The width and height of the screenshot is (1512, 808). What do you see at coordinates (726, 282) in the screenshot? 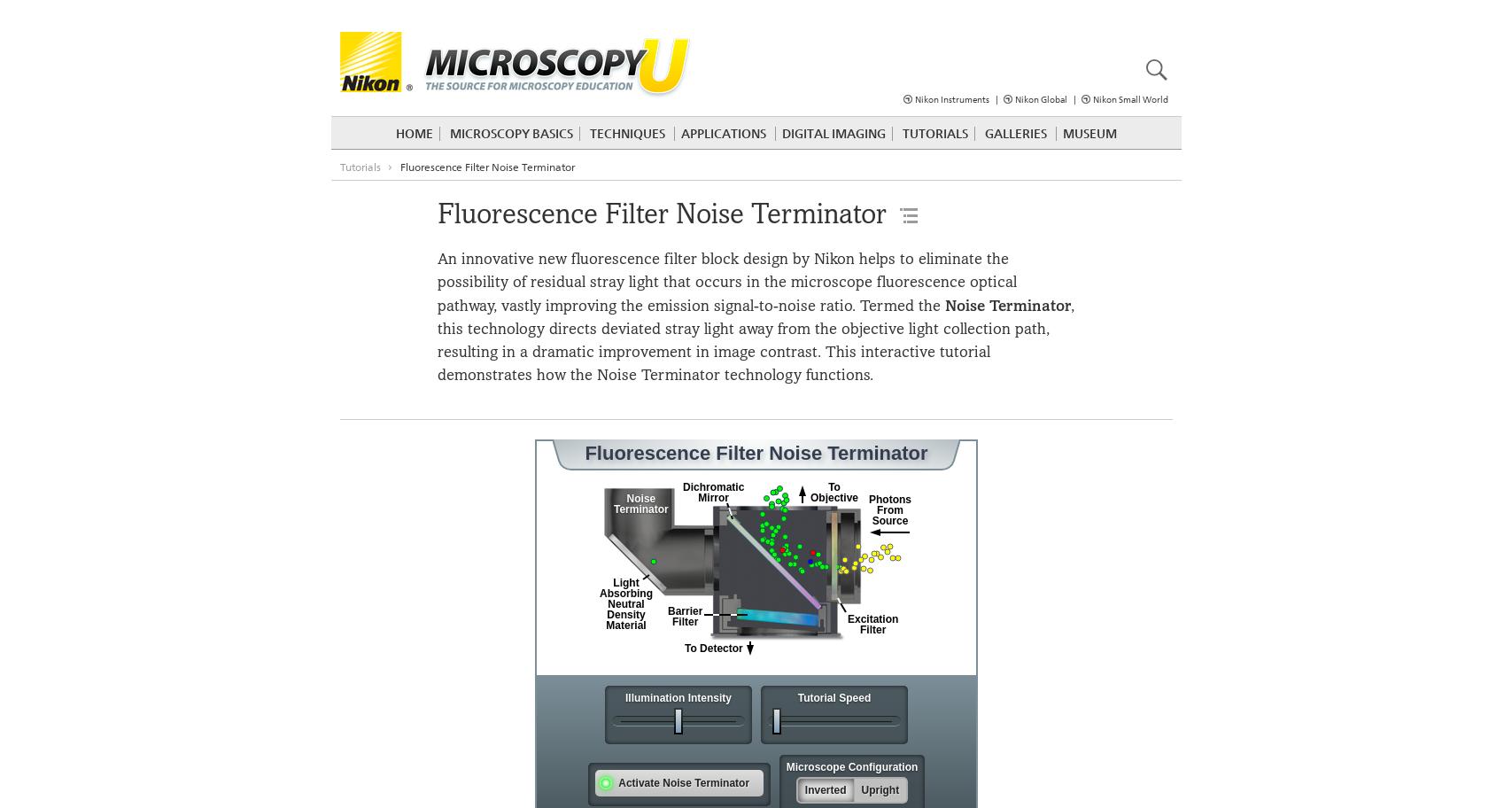
I see `'An innovative new fluorescence filter block design by Nikon helps to eliminate the possibility of residual stray light that occurs in the microscope fluorescence optical pathway, vastly improving the emission signal-to-noise ratio. Termed the'` at bounding box center [726, 282].